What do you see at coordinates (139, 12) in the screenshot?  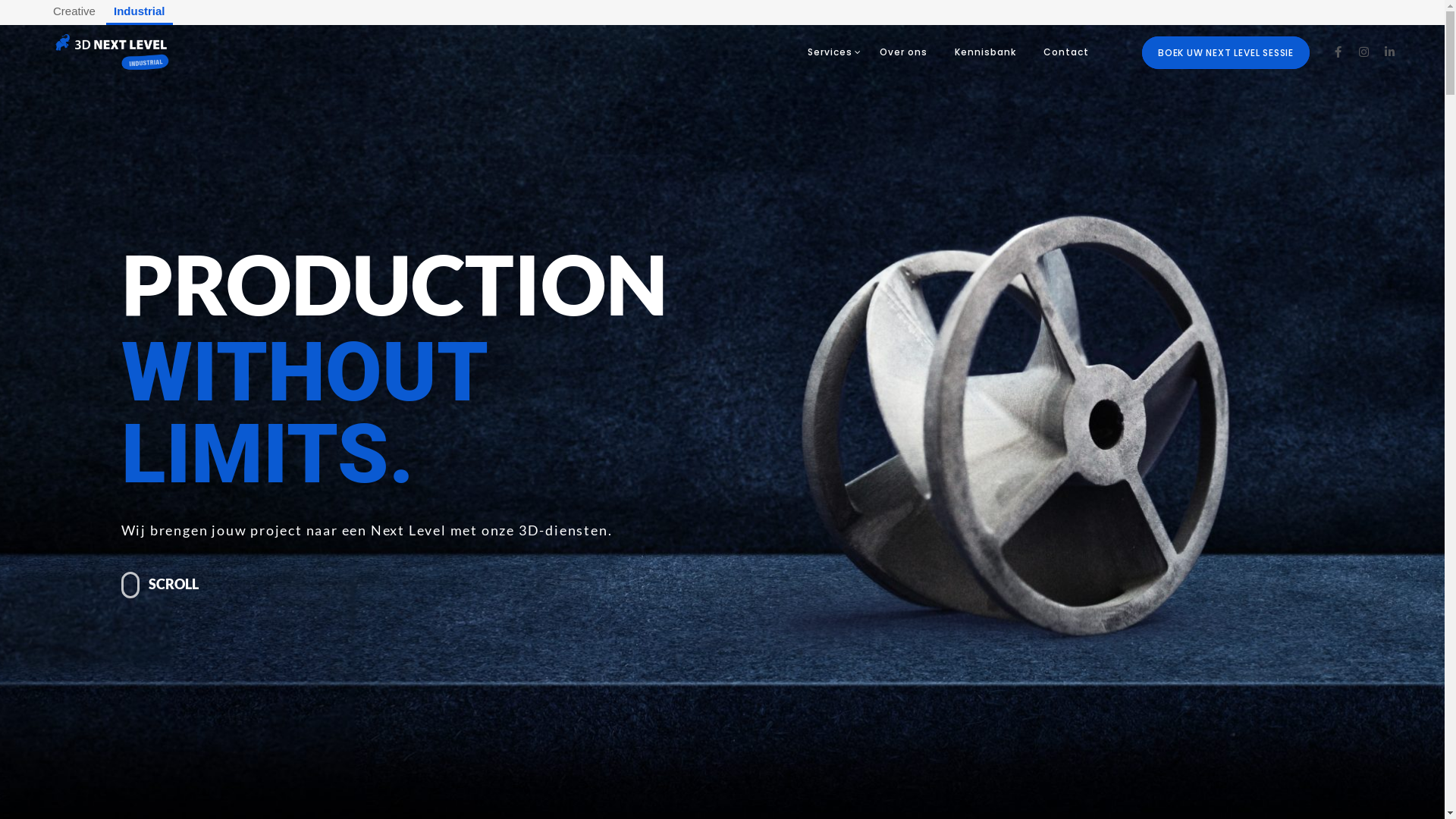 I see `'Industrial'` at bounding box center [139, 12].